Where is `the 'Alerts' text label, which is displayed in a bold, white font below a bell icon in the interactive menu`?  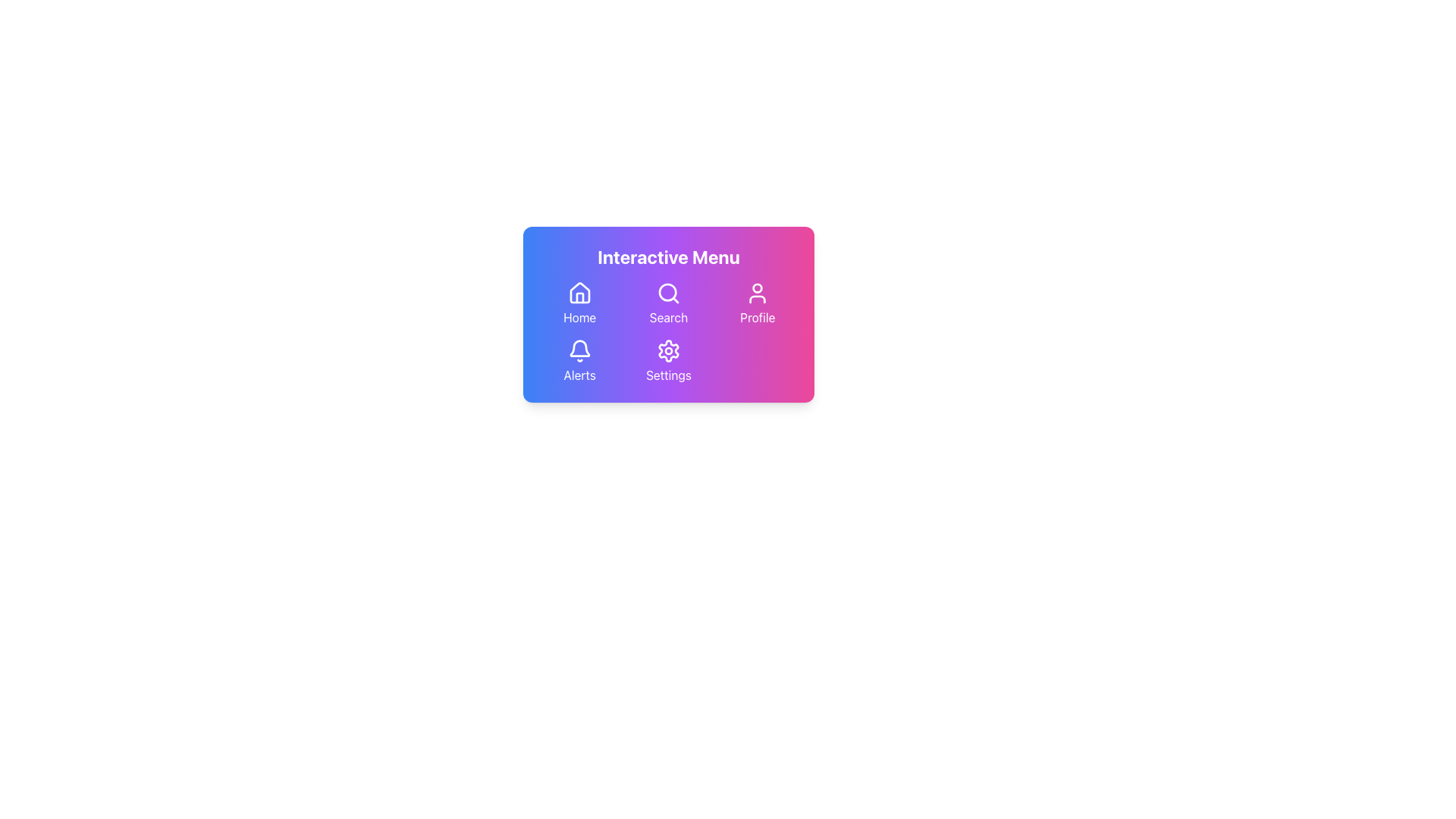 the 'Alerts' text label, which is displayed in a bold, white font below a bell icon in the interactive menu is located at coordinates (579, 375).